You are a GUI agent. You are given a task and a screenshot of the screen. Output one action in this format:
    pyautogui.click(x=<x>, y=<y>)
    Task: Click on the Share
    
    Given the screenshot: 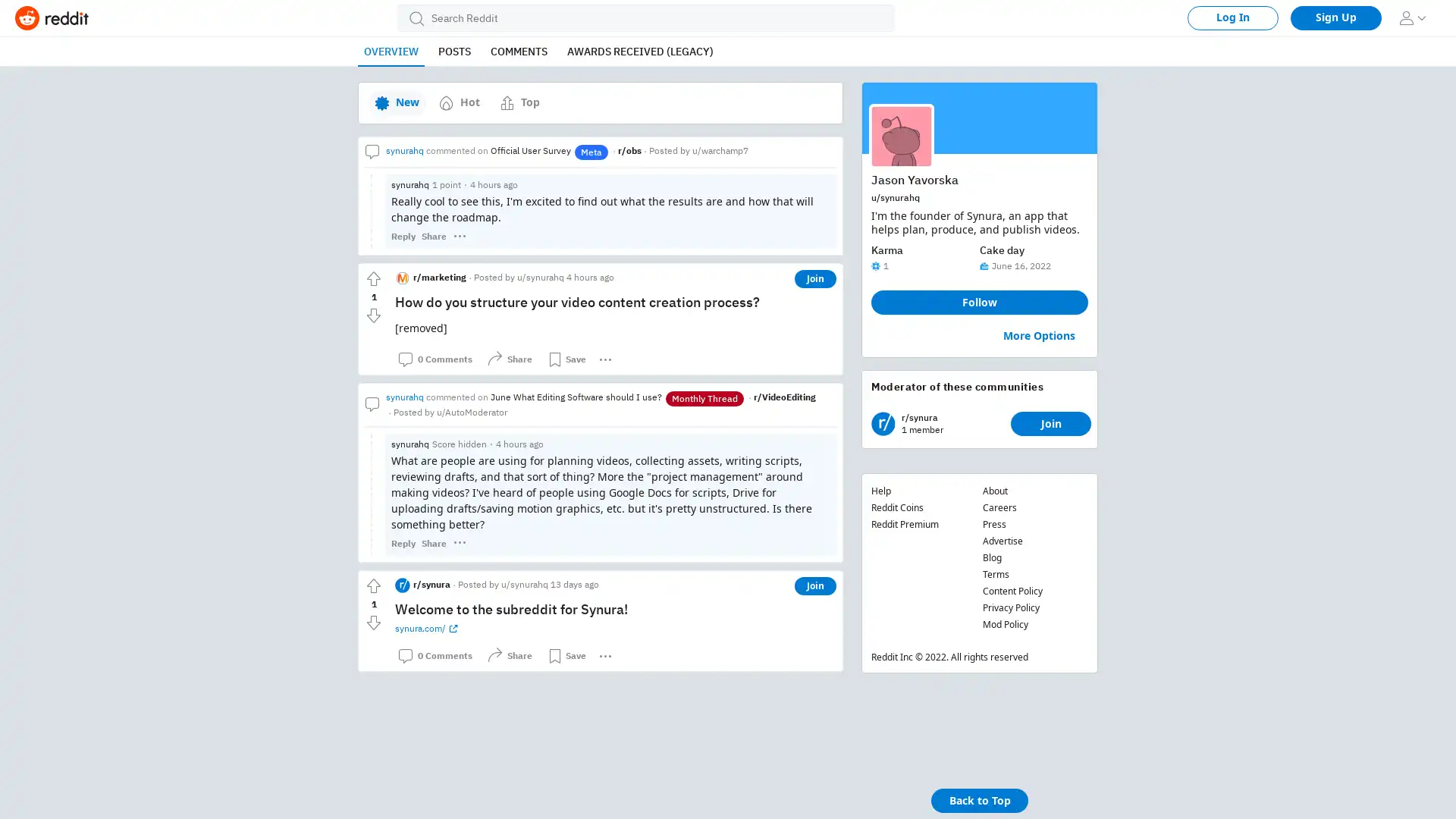 What is the action you would take?
    pyautogui.click(x=433, y=542)
    